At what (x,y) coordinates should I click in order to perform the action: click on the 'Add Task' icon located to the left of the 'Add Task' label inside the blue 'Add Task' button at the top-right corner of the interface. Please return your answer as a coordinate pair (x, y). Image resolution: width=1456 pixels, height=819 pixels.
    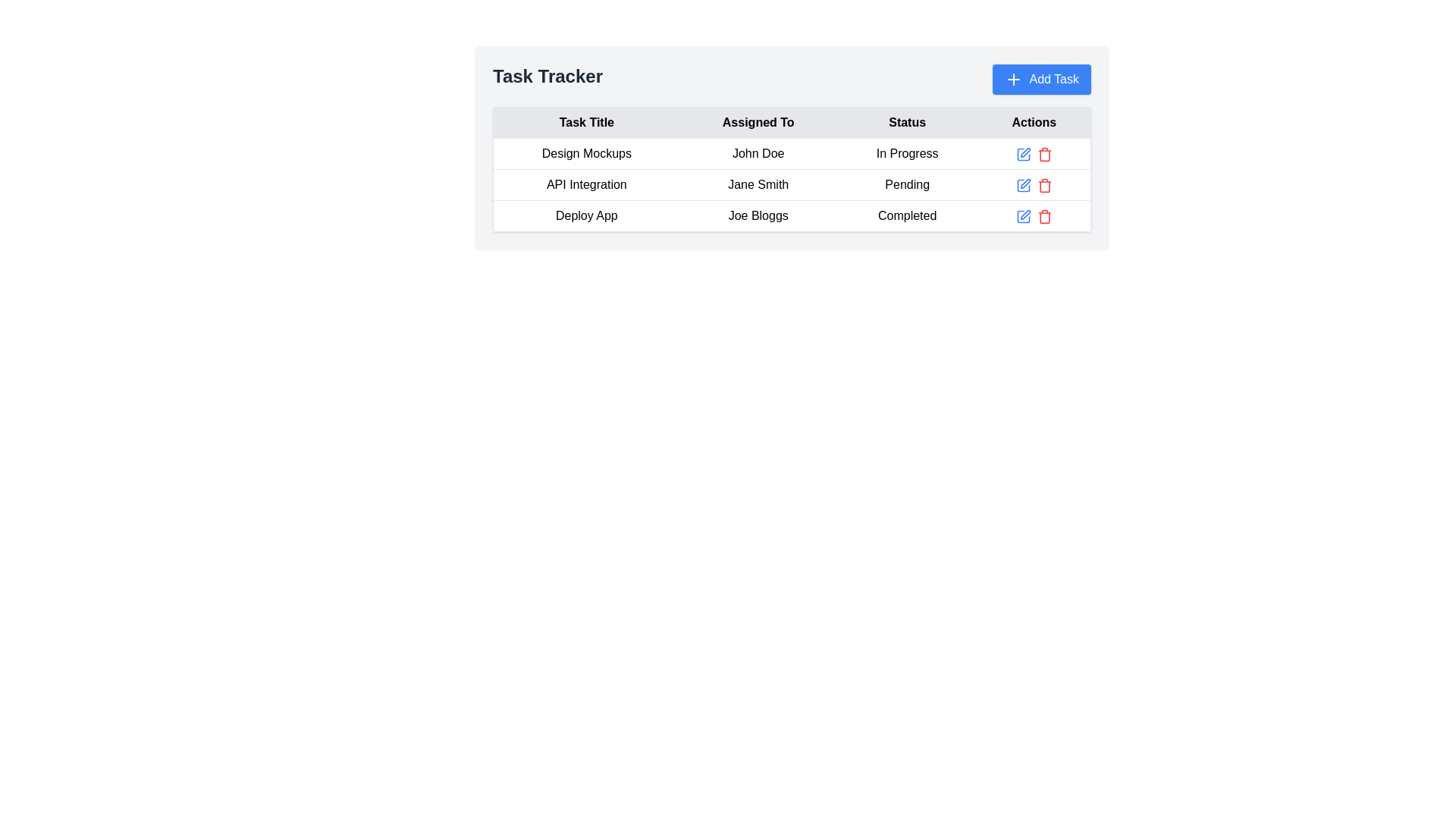
    Looking at the image, I should click on (1014, 79).